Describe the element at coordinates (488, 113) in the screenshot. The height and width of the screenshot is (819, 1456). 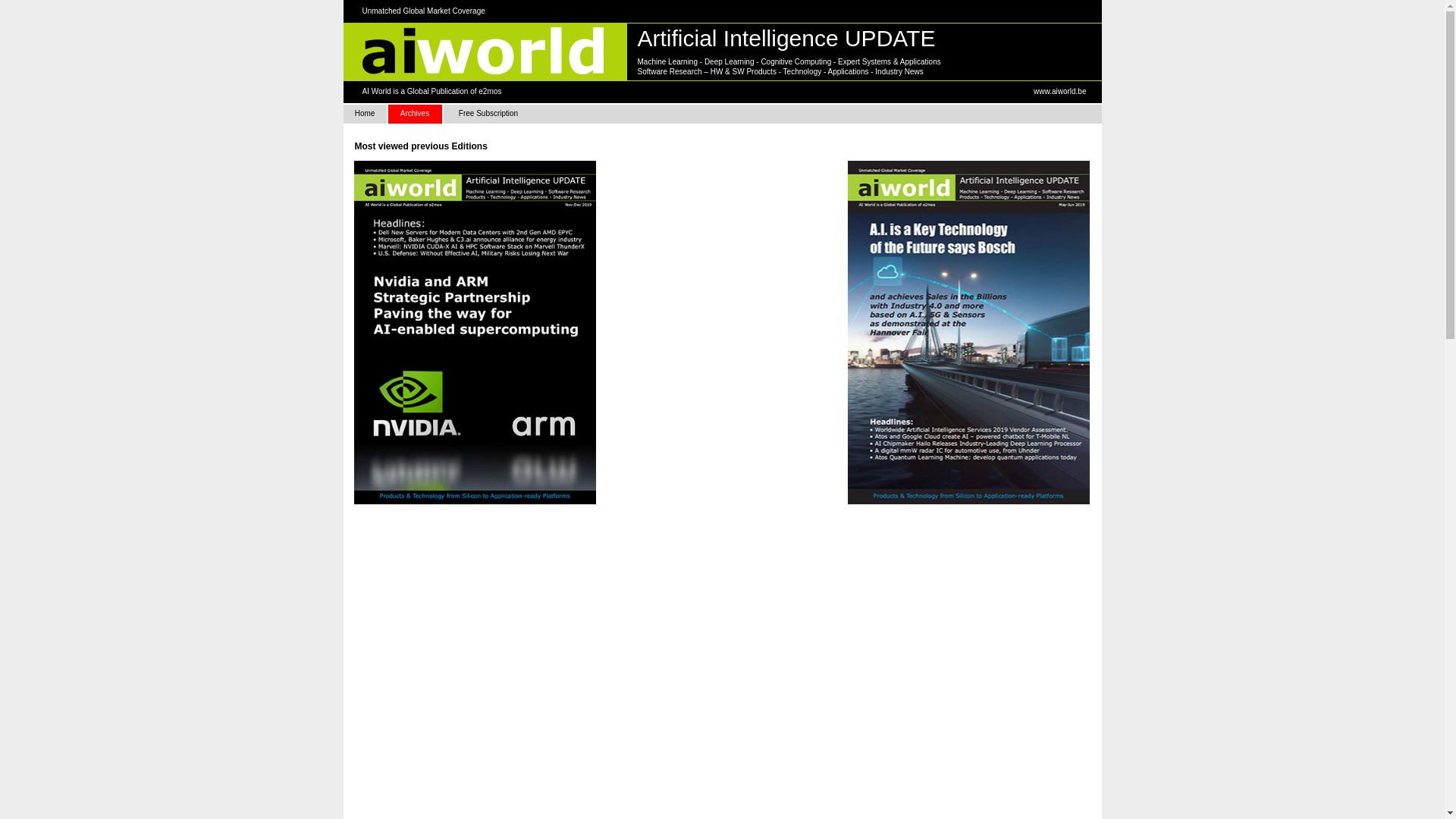
I see `'Free Subscription'` at that location.